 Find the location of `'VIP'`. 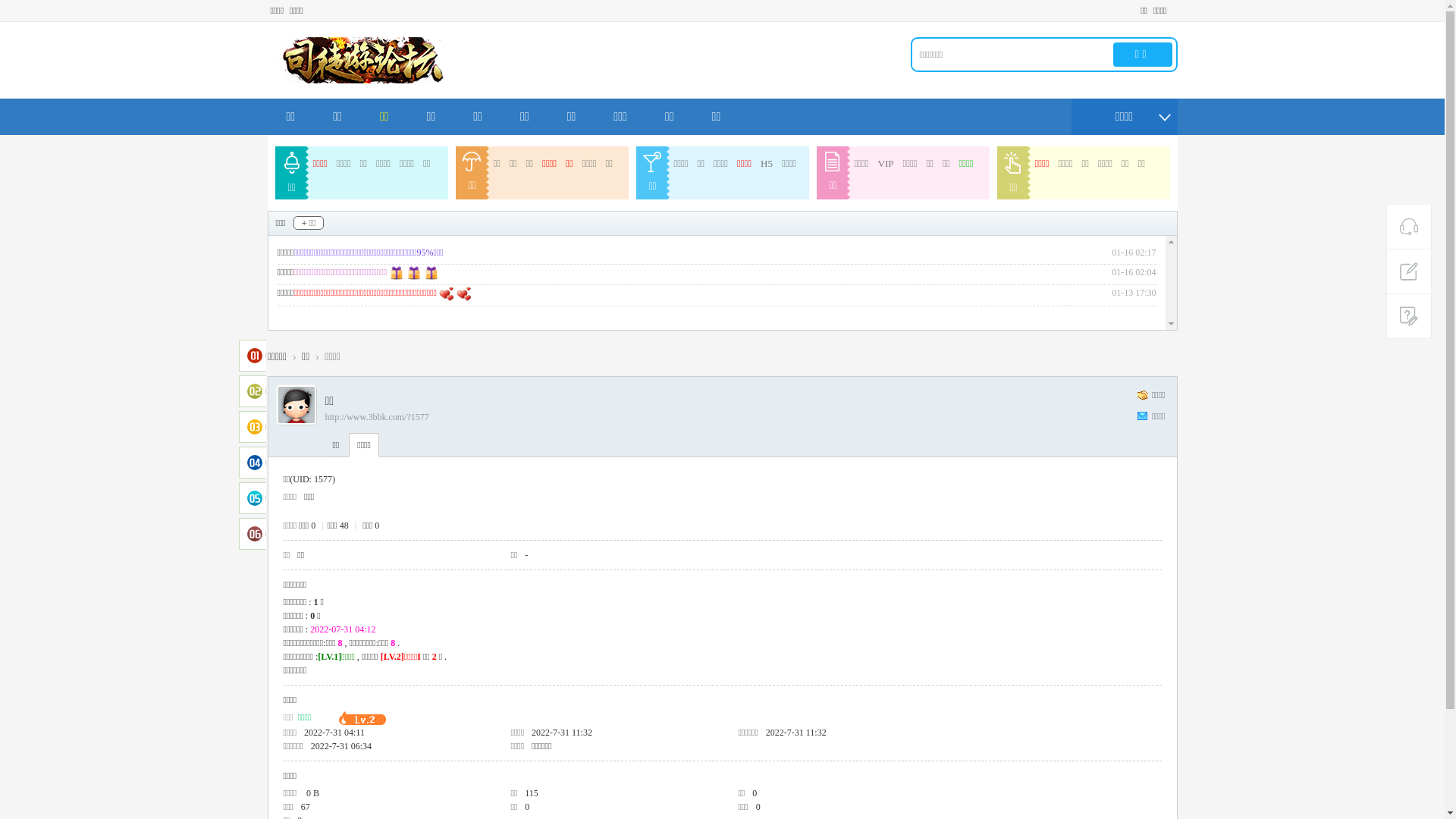

'VIP' is located at coordinates (886, 163).